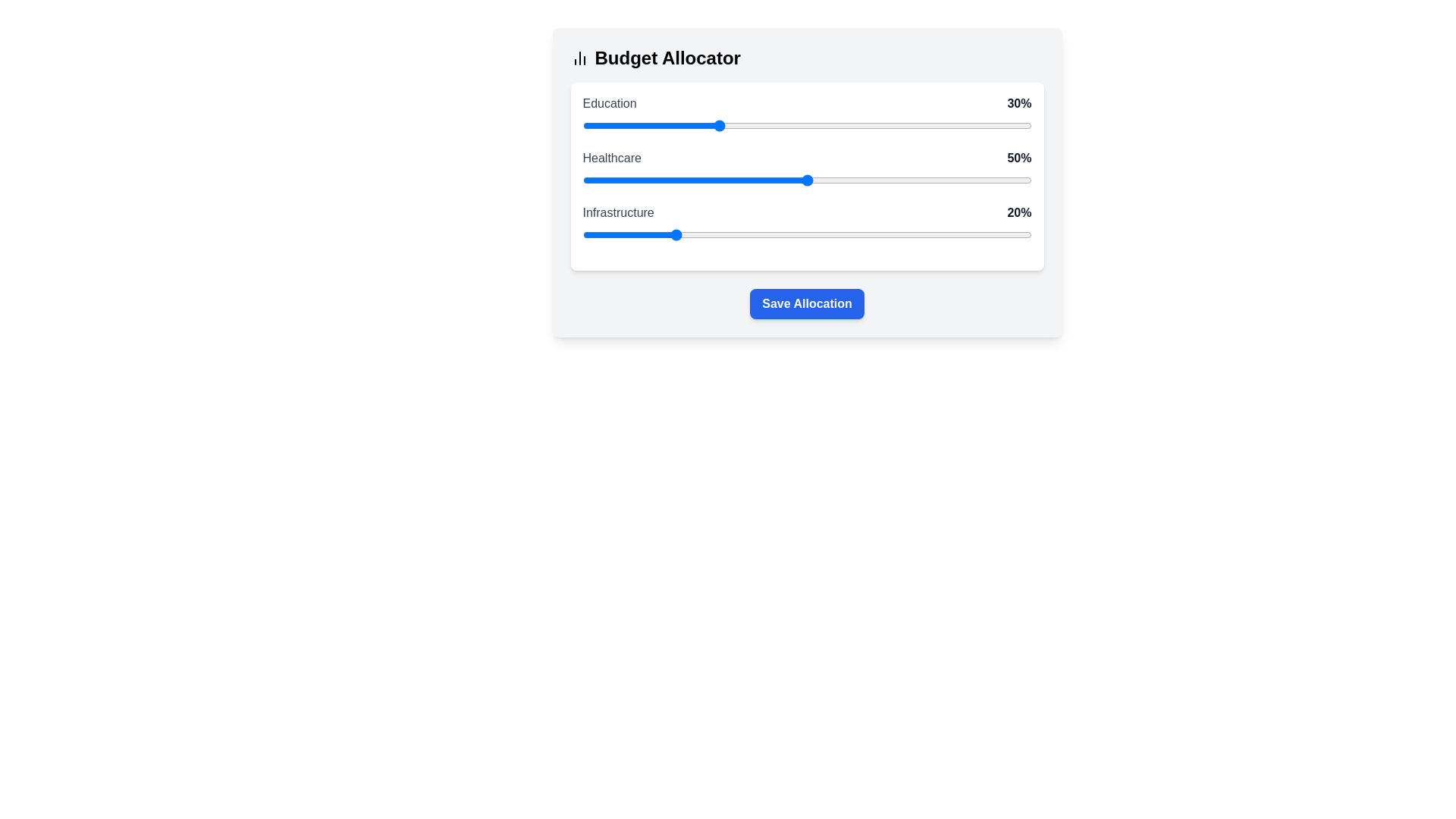  Describe the element at coordinates (968, 124) in the screenshot. I see `the education slider` at that location.